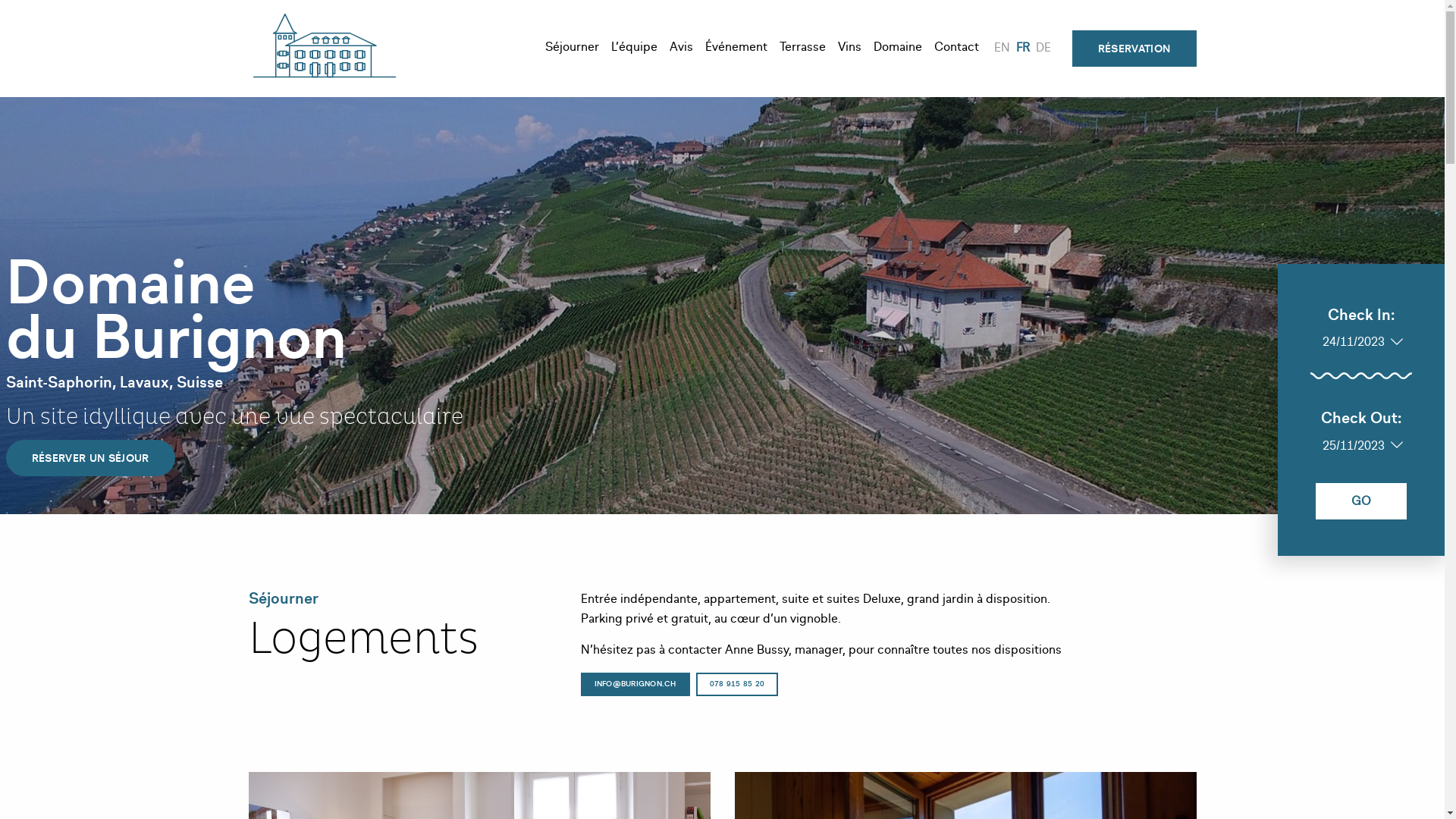 Image resolution: width=1456 pixels, height=819 pixels. What do you see at coordinates (1361, 500) in the screenshot?
I see `'GO'` at bounding box center [1361, 500].